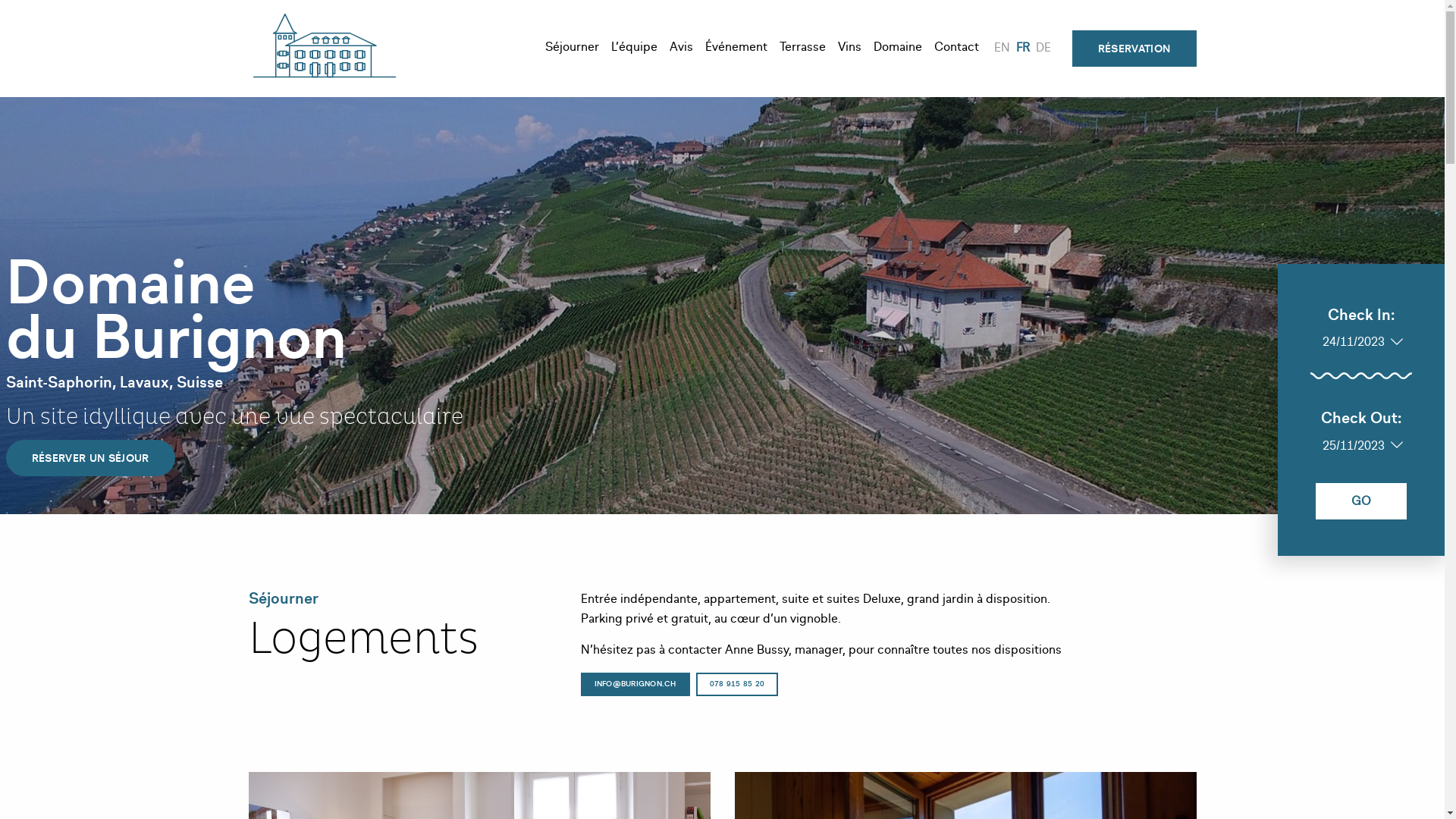 Image resolution: width=1456 pixels, height=819 pixels. What do you see at coordinates (1361, 500) in the screenshot?
I see `'GO'` at bounding box center [1361, 500].